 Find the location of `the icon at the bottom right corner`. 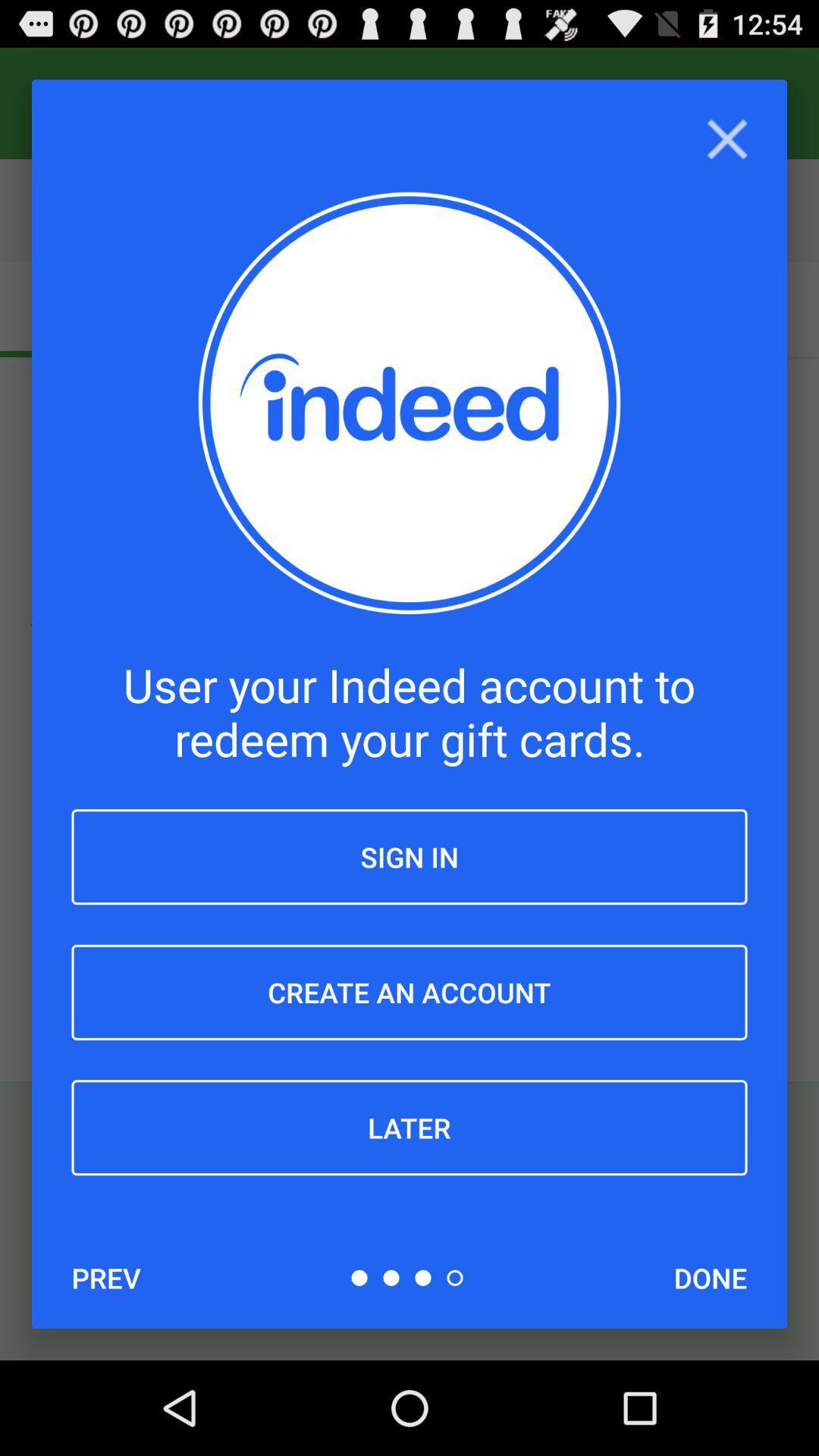

the icon at the bottom right corner is located at coordinates (711, 1277).